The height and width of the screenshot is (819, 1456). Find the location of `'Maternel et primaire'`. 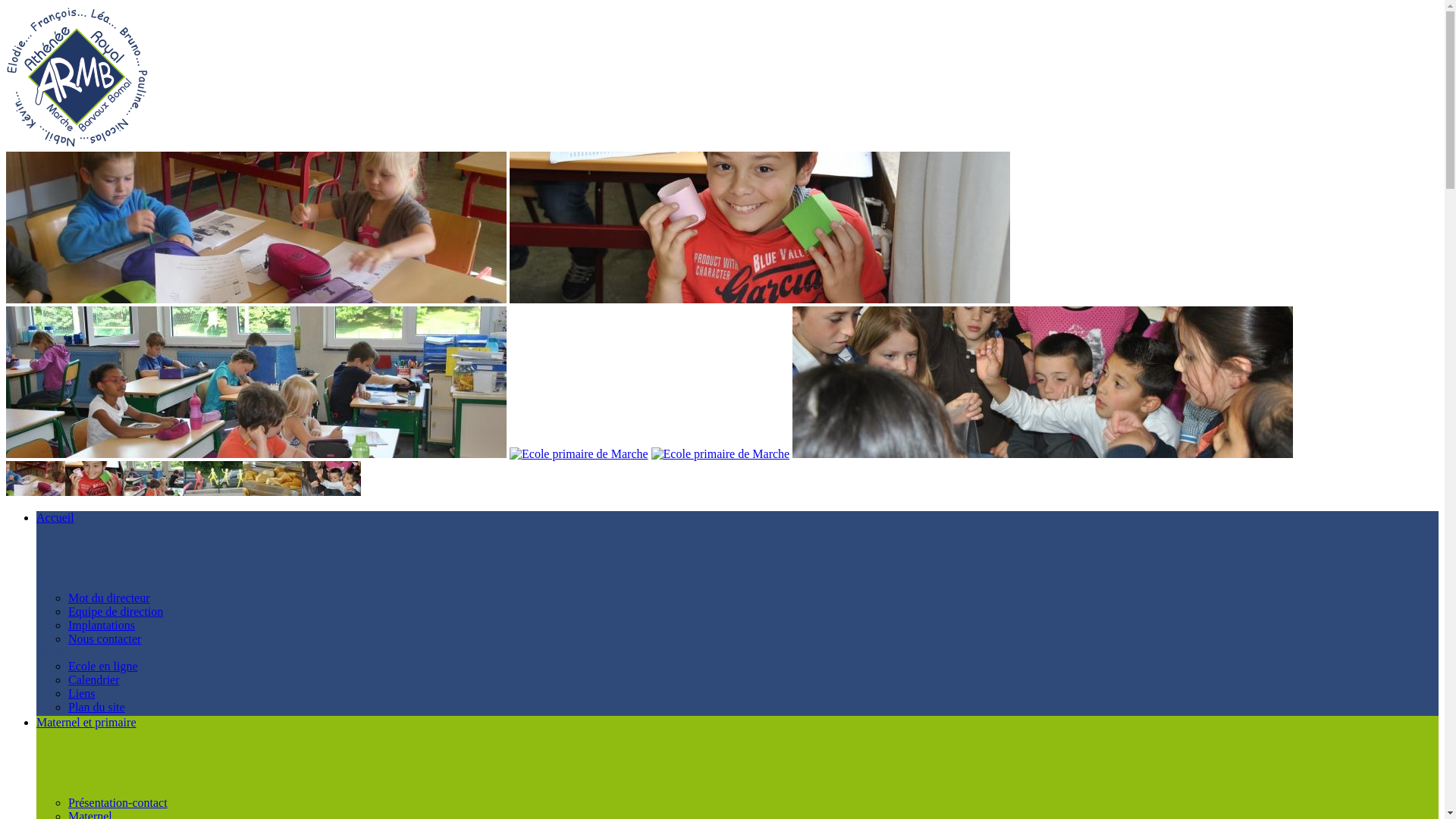

'Maternel et primaire' is located at coordinates (36, 721).